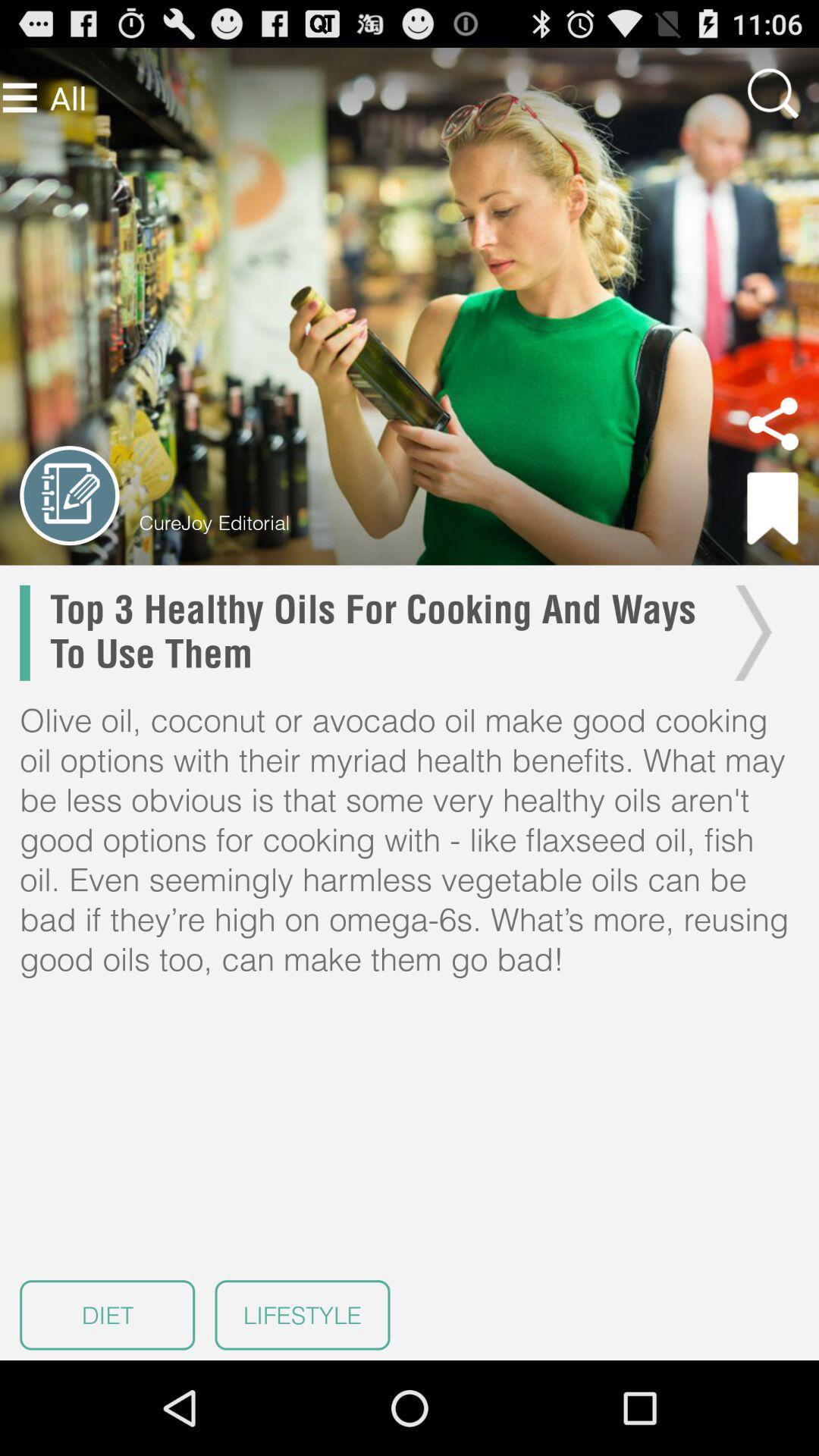  What do you see at coordinates (106, 1314) in the screenshot?
I see `item next to lifestyle icon` at bounding box center [106, 1314].